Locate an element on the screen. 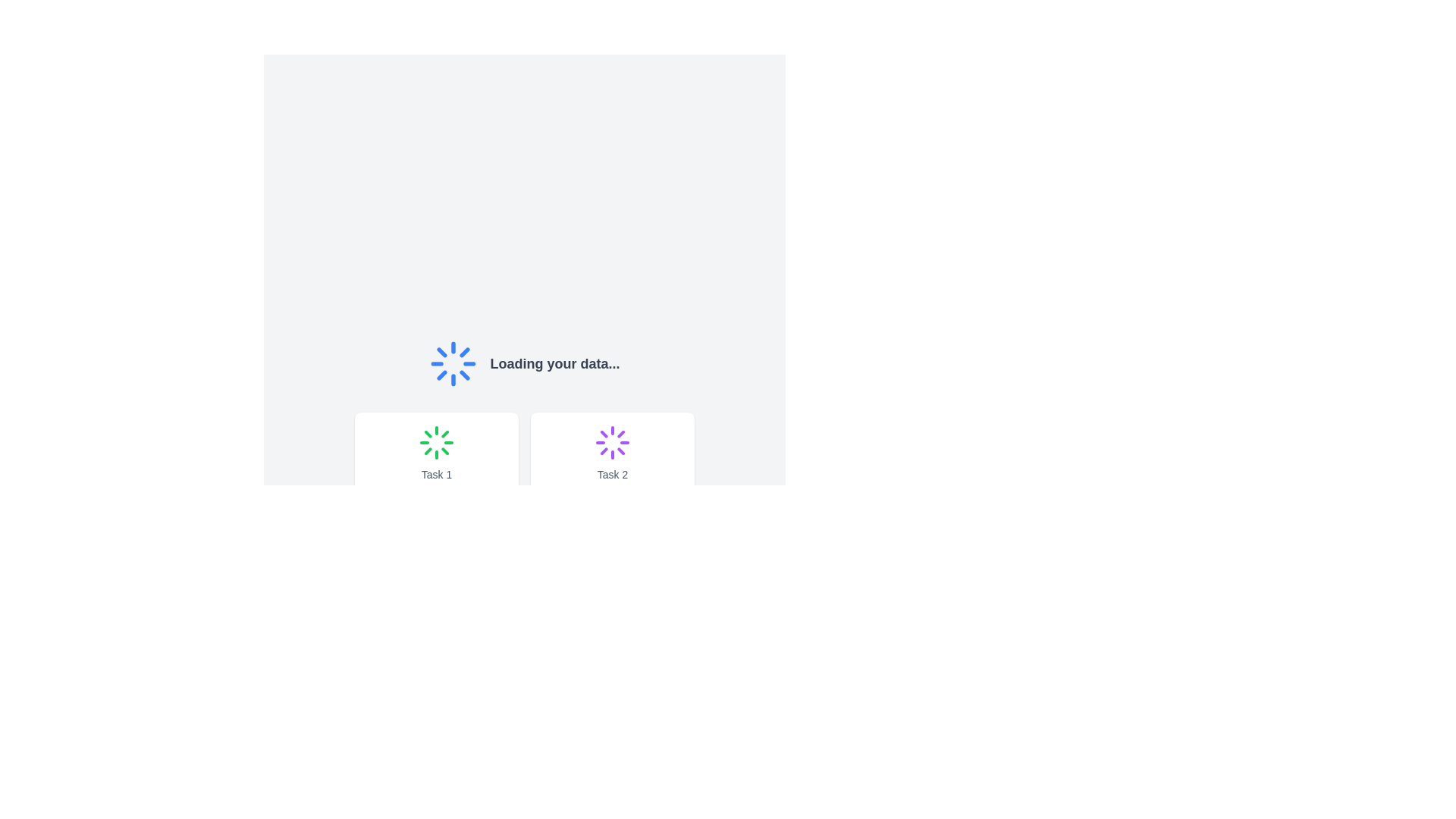 The height and width of the screenshot is (819, 1456). task label 'Task 1' from the visual status card located in the top-left corner of the grid layout is located at coordinates (436, 452).